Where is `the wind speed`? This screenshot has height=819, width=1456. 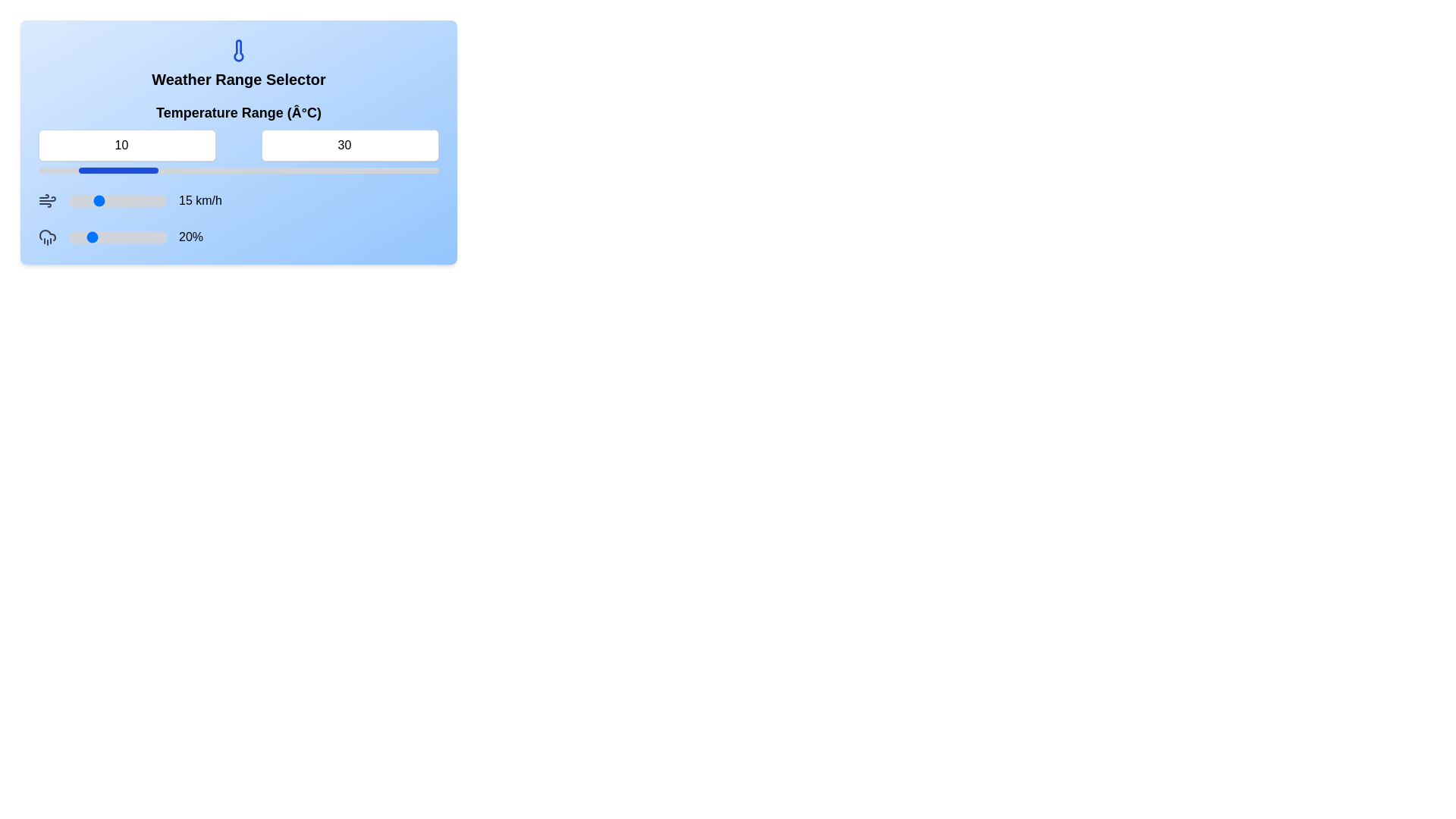
the wind speed is located at coordinates (123, 200).